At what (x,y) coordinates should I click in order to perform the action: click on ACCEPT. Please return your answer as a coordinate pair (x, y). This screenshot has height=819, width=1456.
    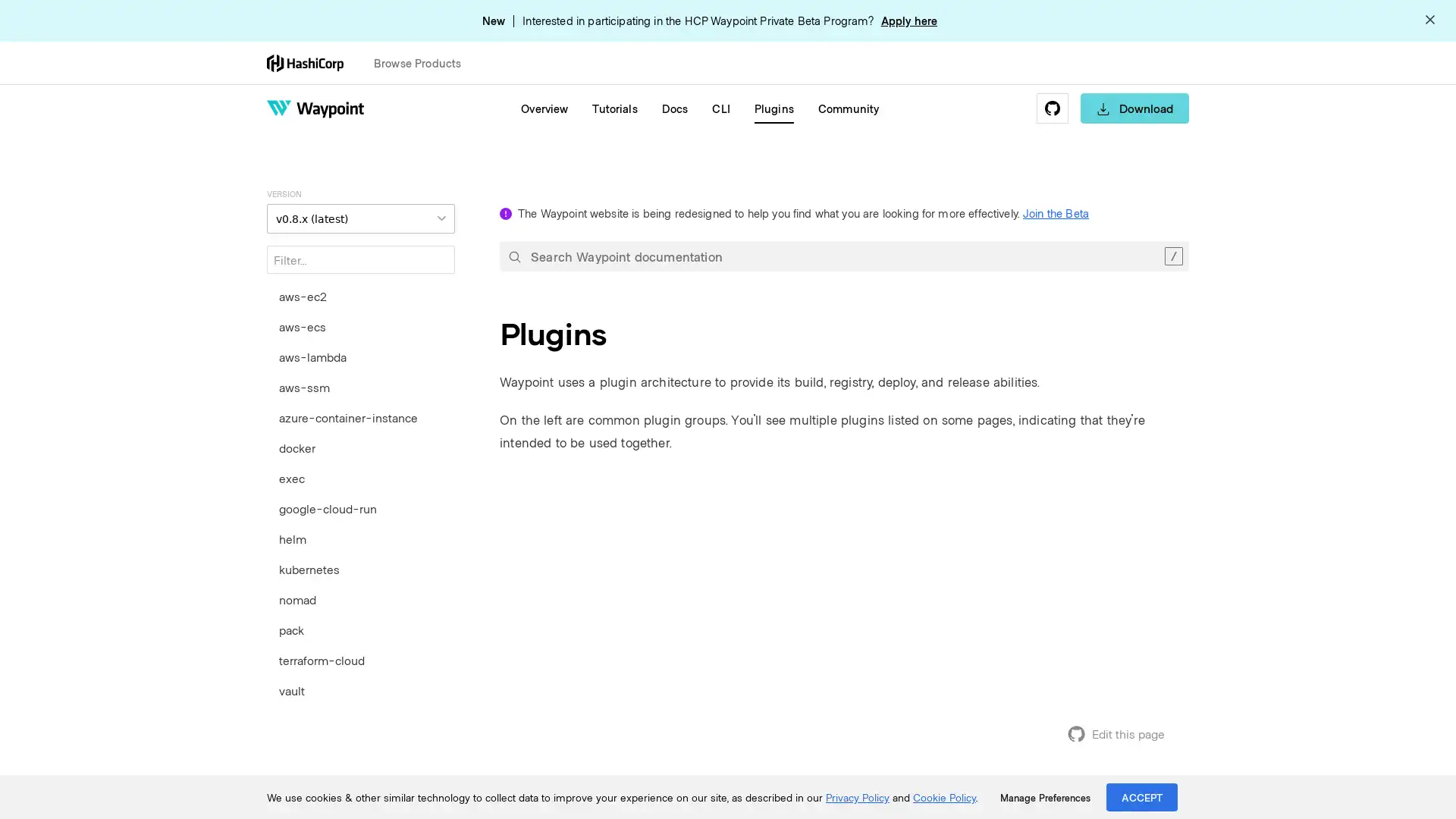
    Looking at the image, I should click on (1142, 796).